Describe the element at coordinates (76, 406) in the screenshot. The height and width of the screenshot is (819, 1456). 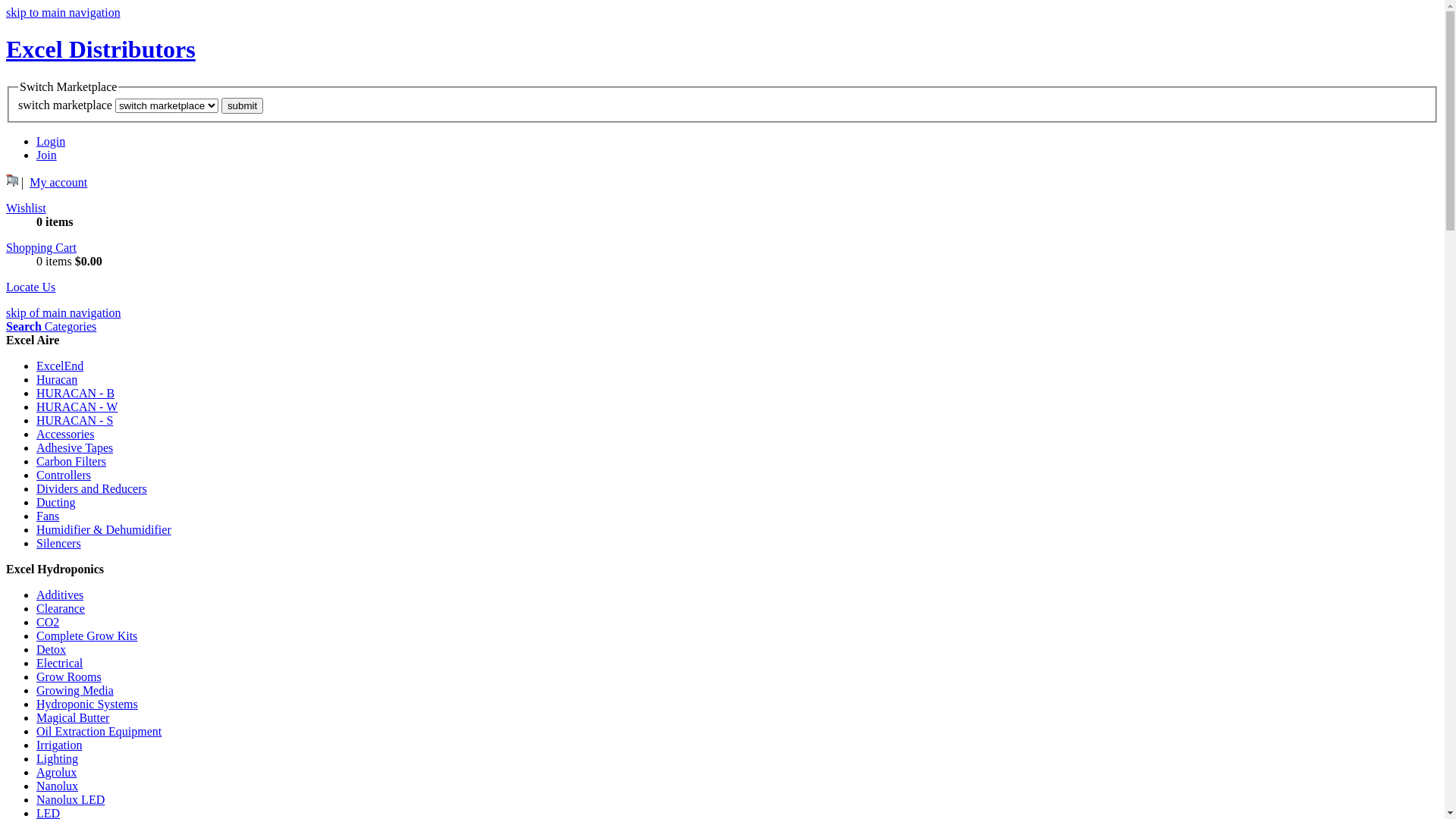
I see `'HURACAN - W'` at that location.